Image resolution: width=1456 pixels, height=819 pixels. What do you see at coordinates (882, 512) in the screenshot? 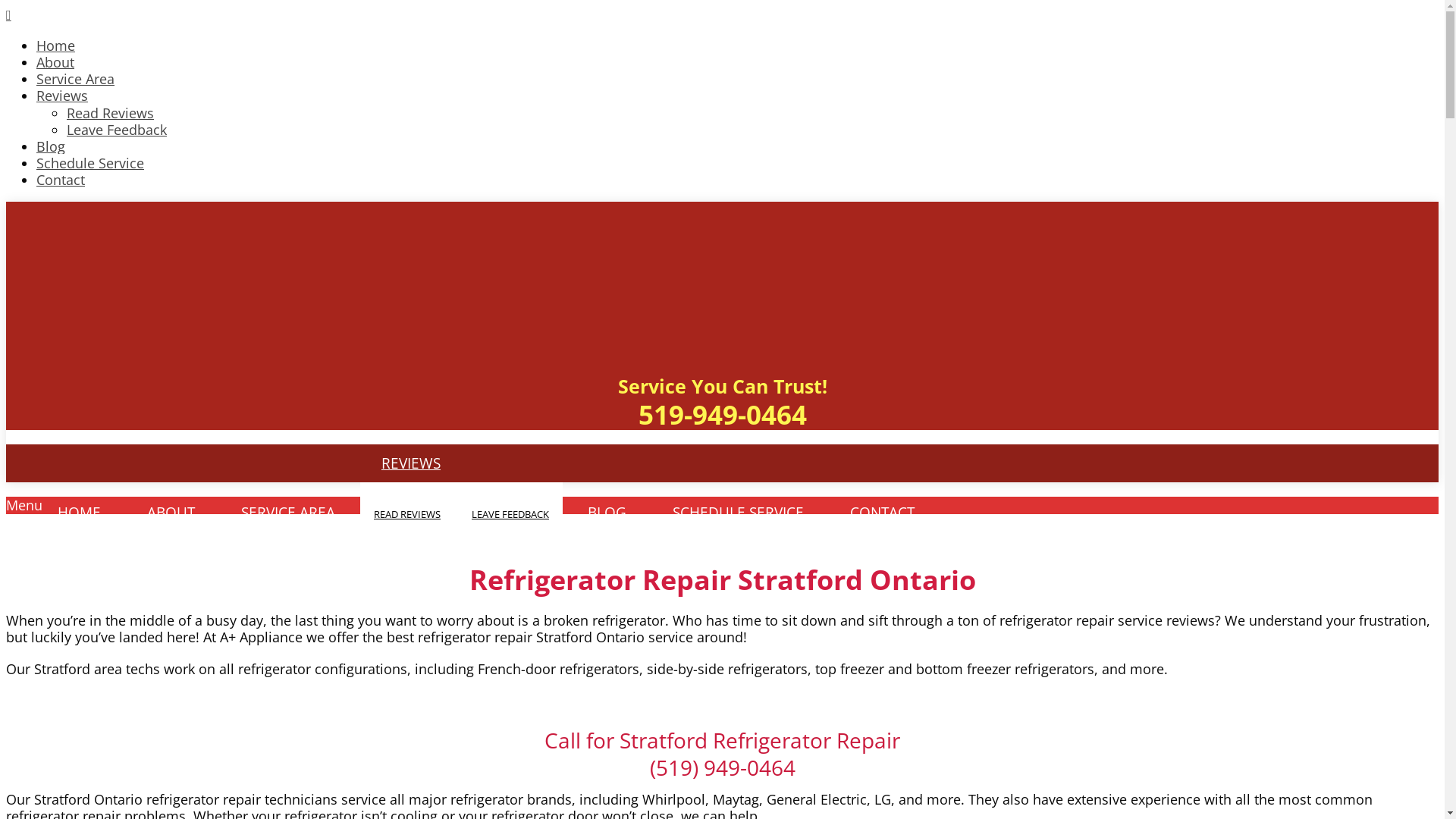
I see `'CONTACT'` at bounding box center [882, 512].